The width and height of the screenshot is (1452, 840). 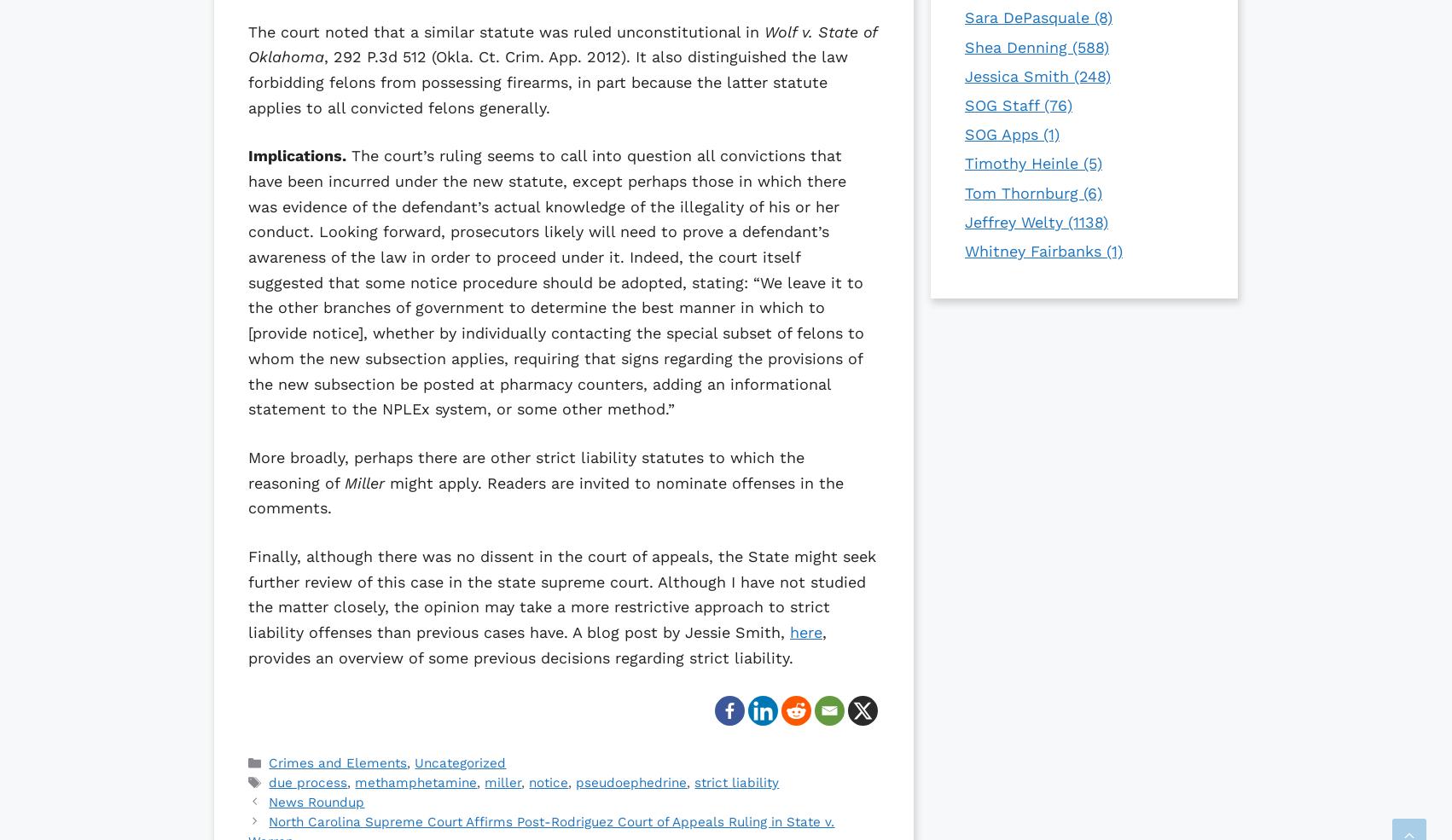 What do you see at coordinates (307, 782) in the screenshot?
I see `'due process'` at bounding box center [307, 782].